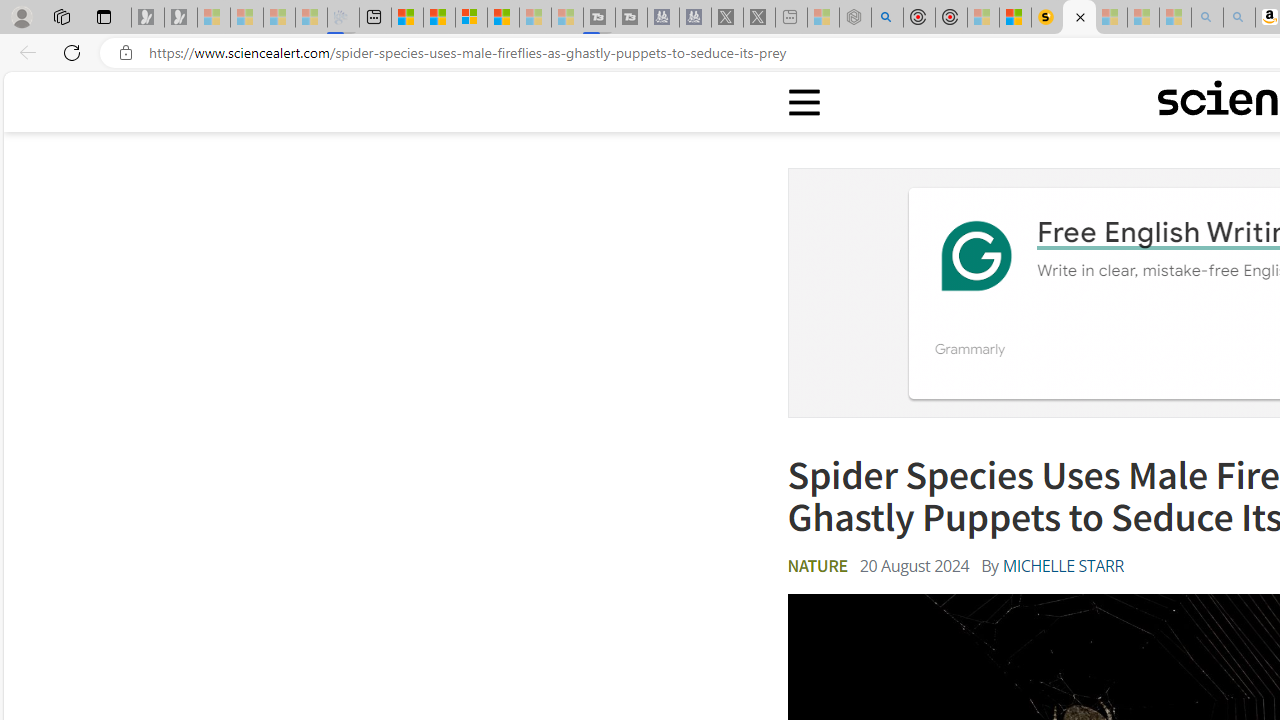  Describe the element at coordinates (823, 17) in the screenshot. I see `'Wildlife - MSN - Sleeping'` at that location.